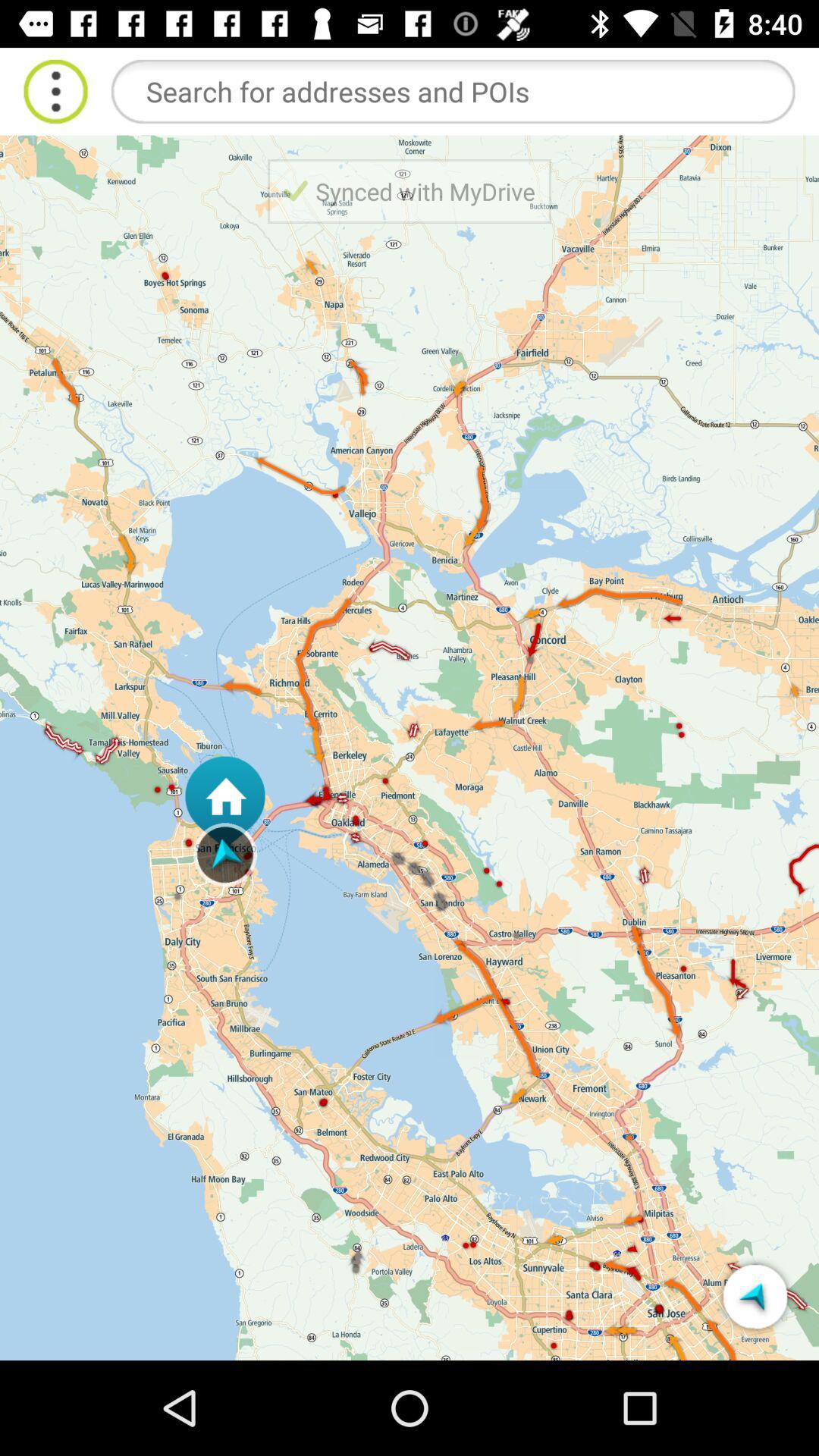  Describe the element at coordinates (755, 1295) in the screenshot. I see `direction of map` at that location.